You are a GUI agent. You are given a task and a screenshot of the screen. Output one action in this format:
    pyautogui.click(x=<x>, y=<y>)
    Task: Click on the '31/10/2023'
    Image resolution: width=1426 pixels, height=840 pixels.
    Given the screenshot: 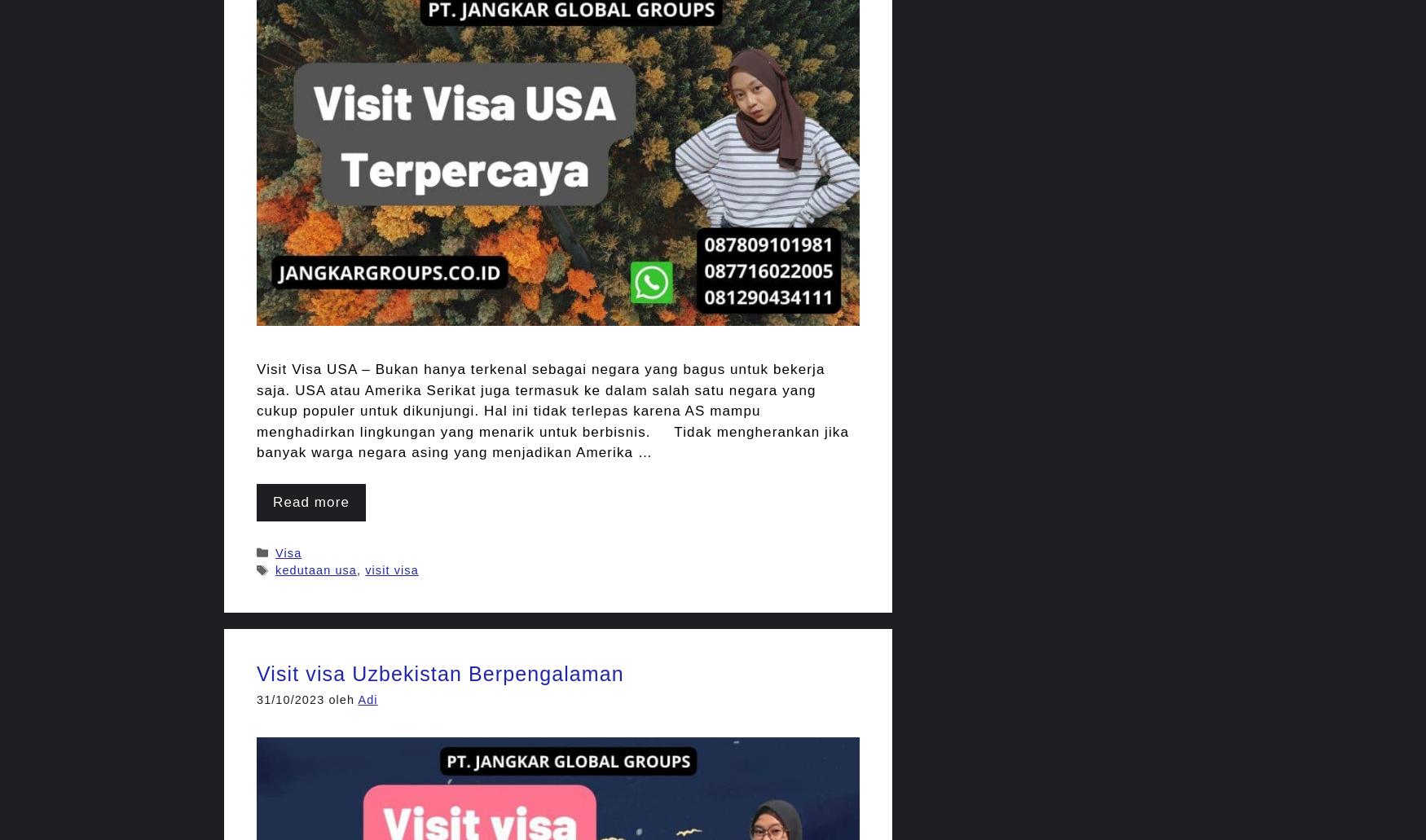 What is the action you would take?
    pyautogui.click(x=290, y=700)
    